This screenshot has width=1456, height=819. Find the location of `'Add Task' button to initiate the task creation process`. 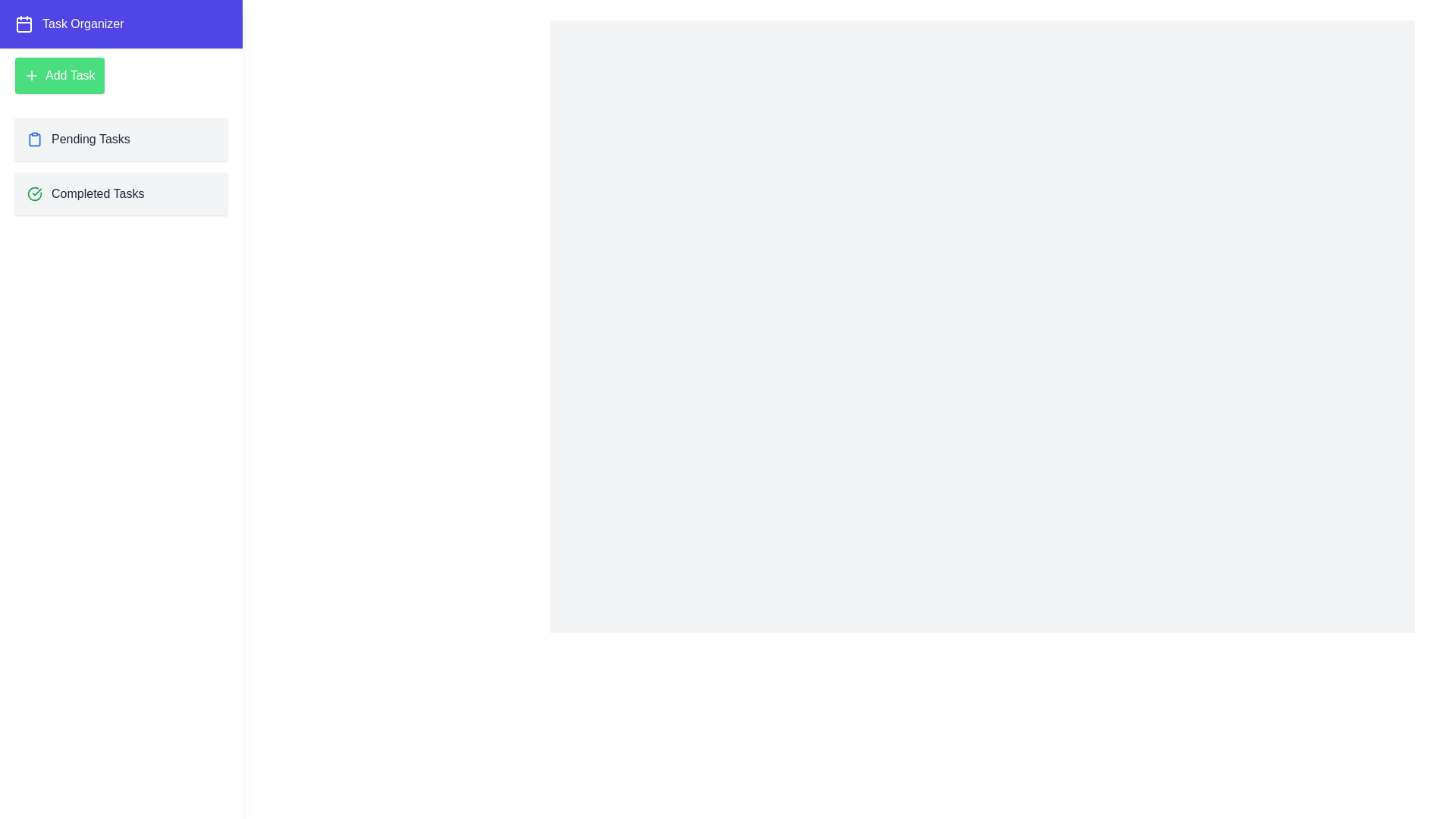

'Add Task' button to initiate the task creation process is located at coordinates (58, 76).